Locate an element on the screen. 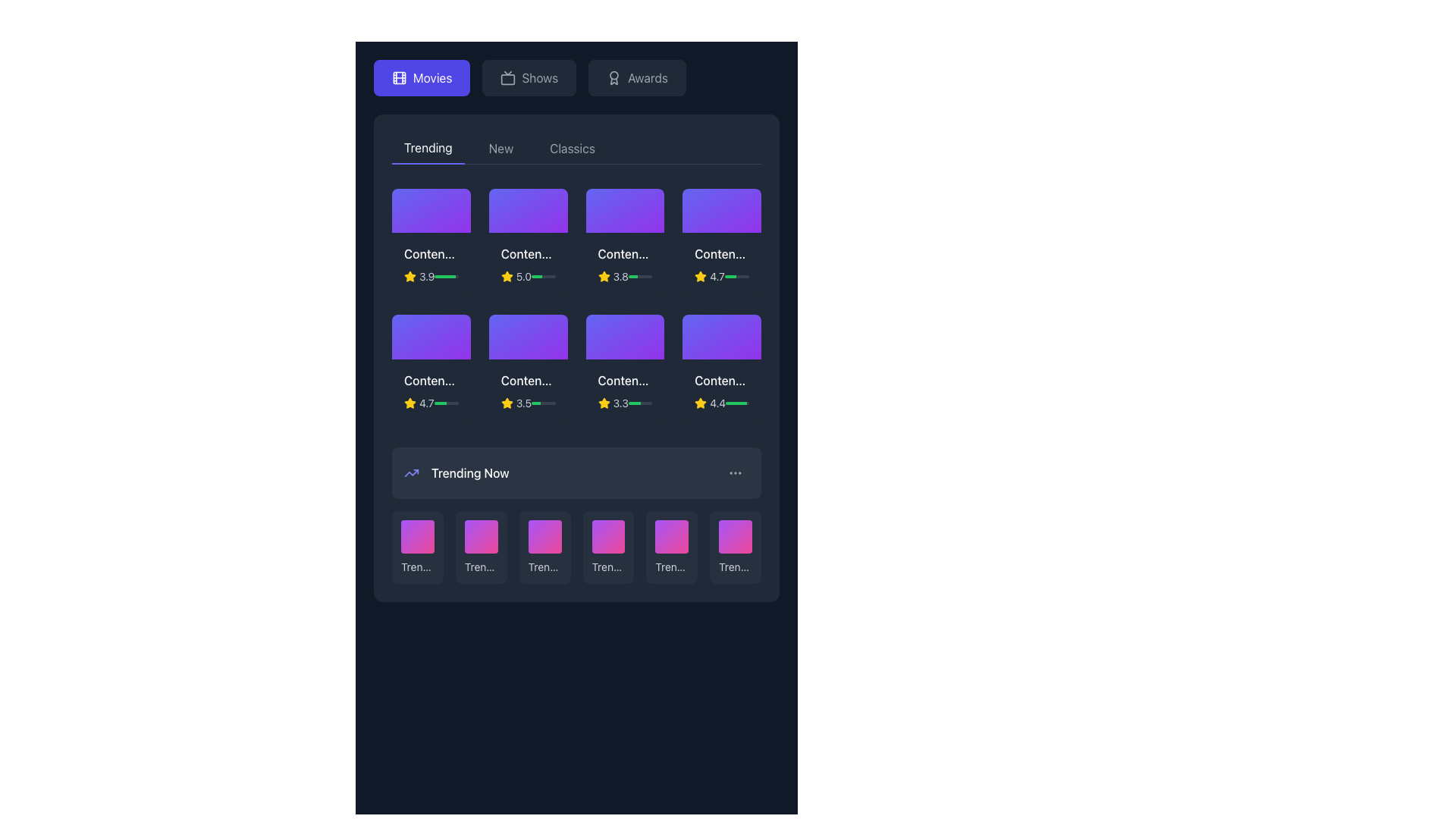 Image resolution: width=1456 pixels, height=819 pixels. label text of the second tab in the navigation section, which is positioned between the 'Trending' tab on the left and the 'Classics' tab on the right, to understand its context is located at coordinates (500, 149).